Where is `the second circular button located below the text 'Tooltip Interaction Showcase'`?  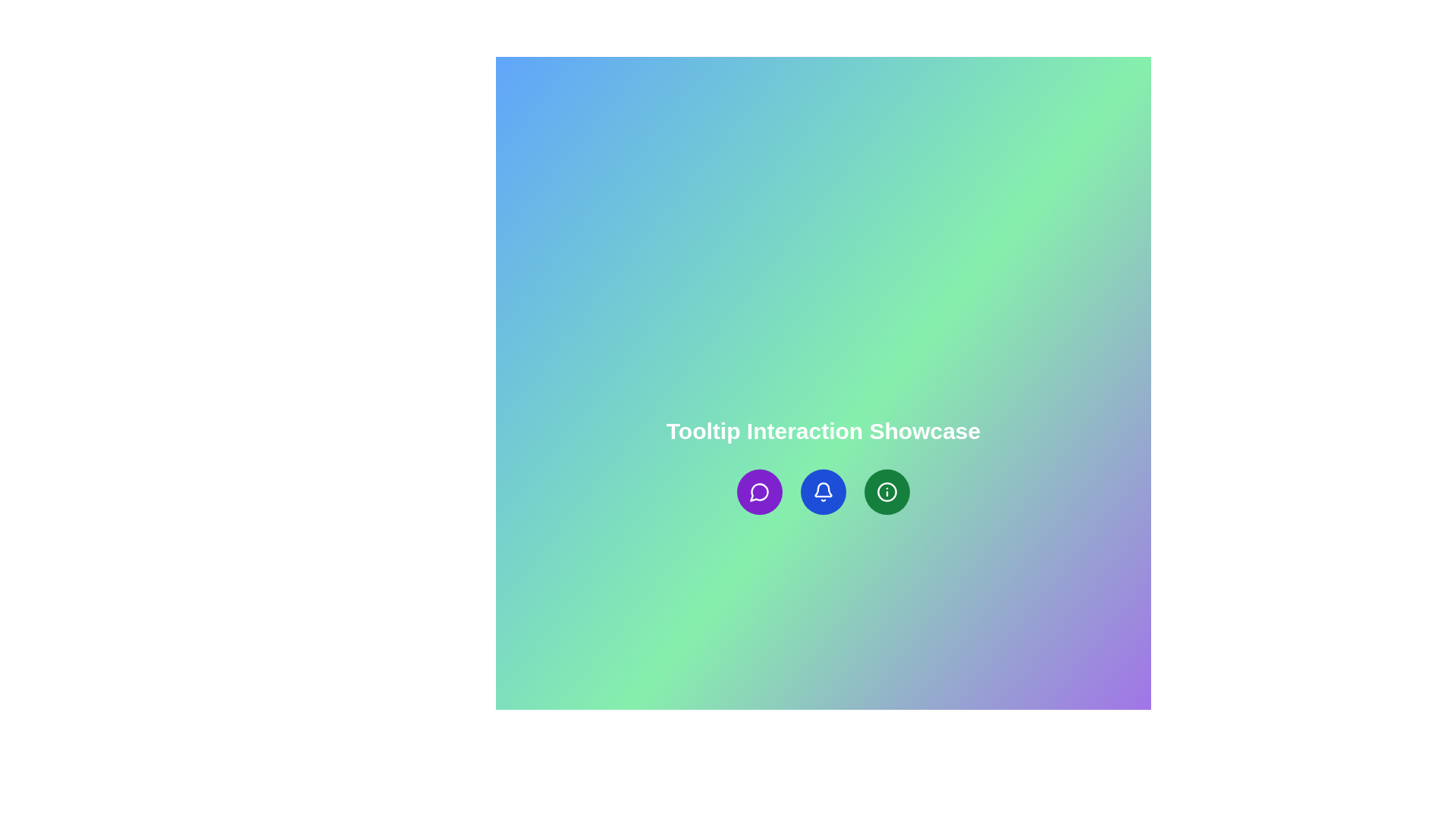 the second circular button located below the text 'Tooltip Interaction Showcase' is located at coordinates (822, 491).